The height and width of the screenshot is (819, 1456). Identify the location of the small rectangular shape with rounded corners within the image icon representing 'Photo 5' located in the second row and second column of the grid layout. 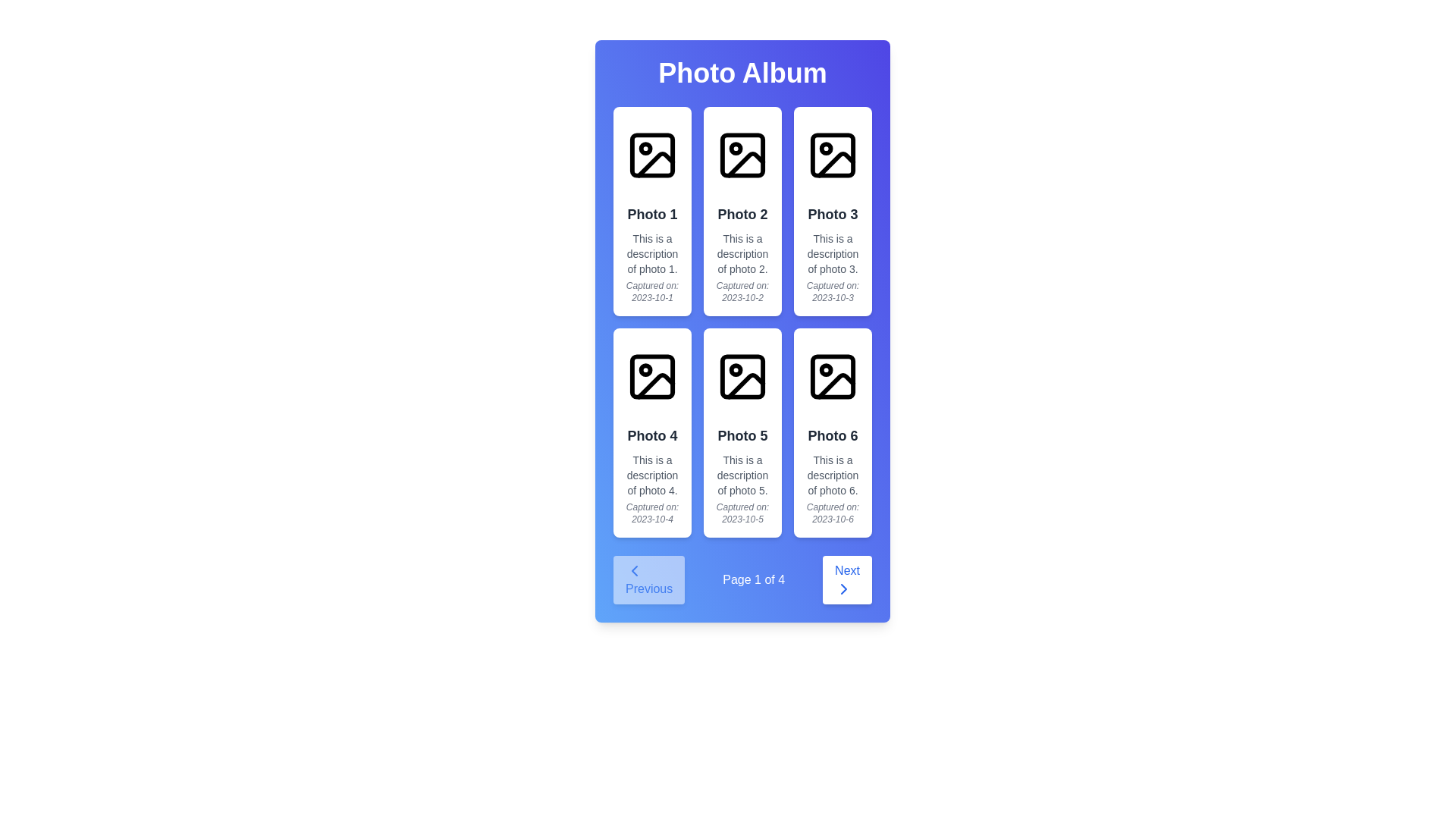
(742, 376).